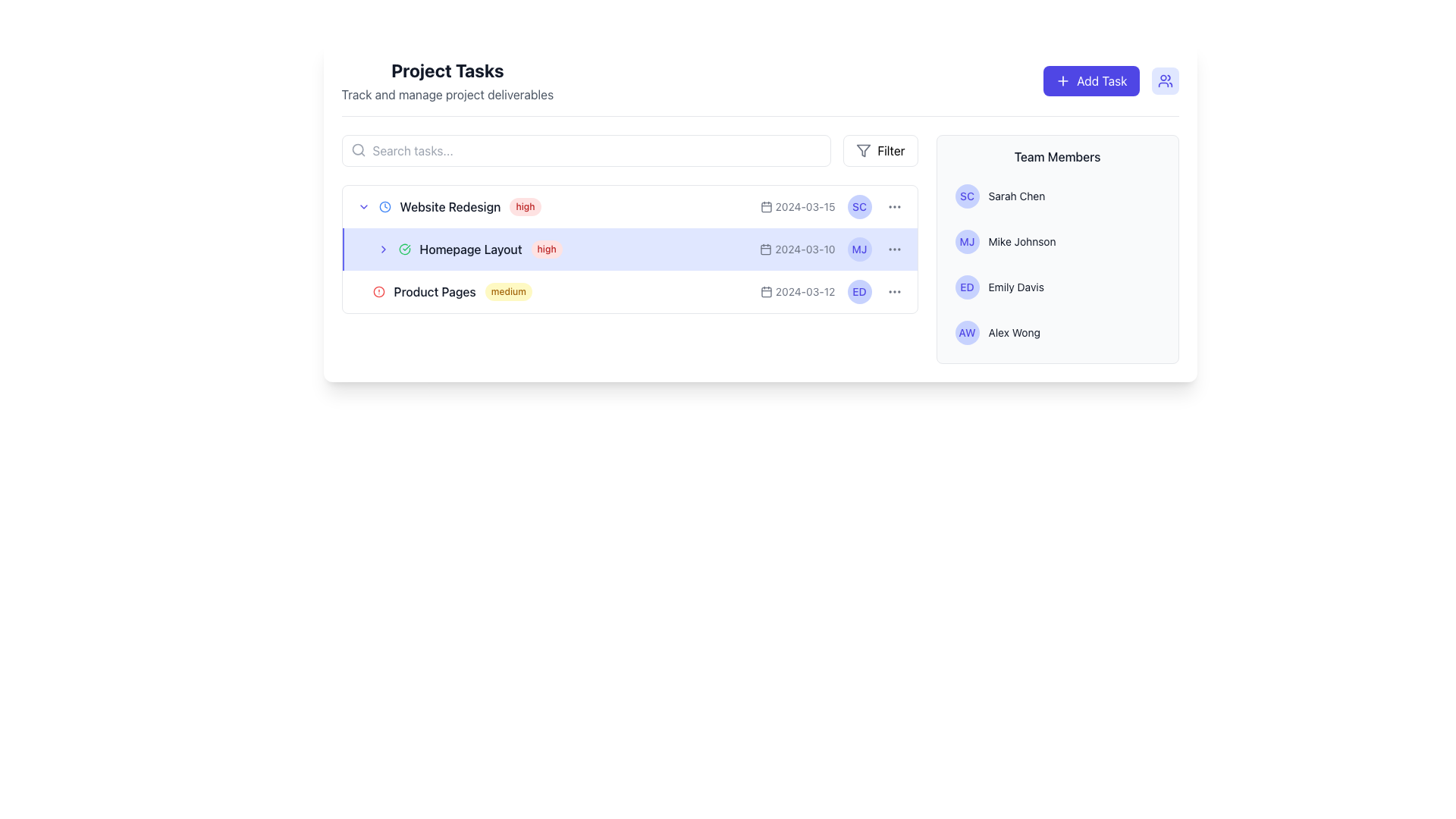  Describe the element at coordinates (1164, 81) in the screenshot. I see `the user-related feature icon located in the top right corner of the interface, adjacent to the 'Add Task' button` at that location.